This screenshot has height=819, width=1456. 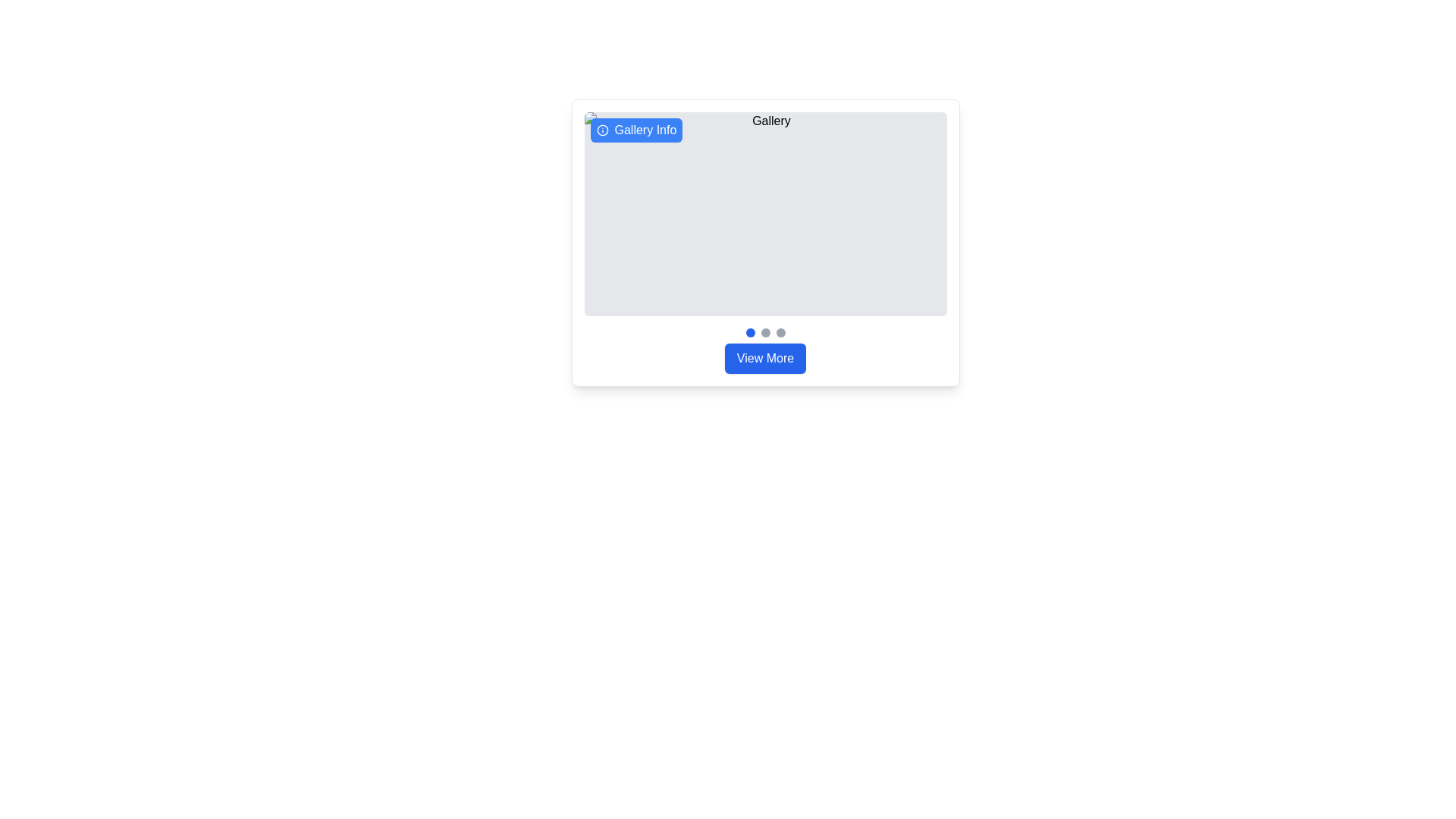 I want to click on the 'Gallery Info' text label, which is styled with a white font on a blue background and located within a rounded rectangular badge in the top-left corner of the gallery area, so click(x=645, y=130).